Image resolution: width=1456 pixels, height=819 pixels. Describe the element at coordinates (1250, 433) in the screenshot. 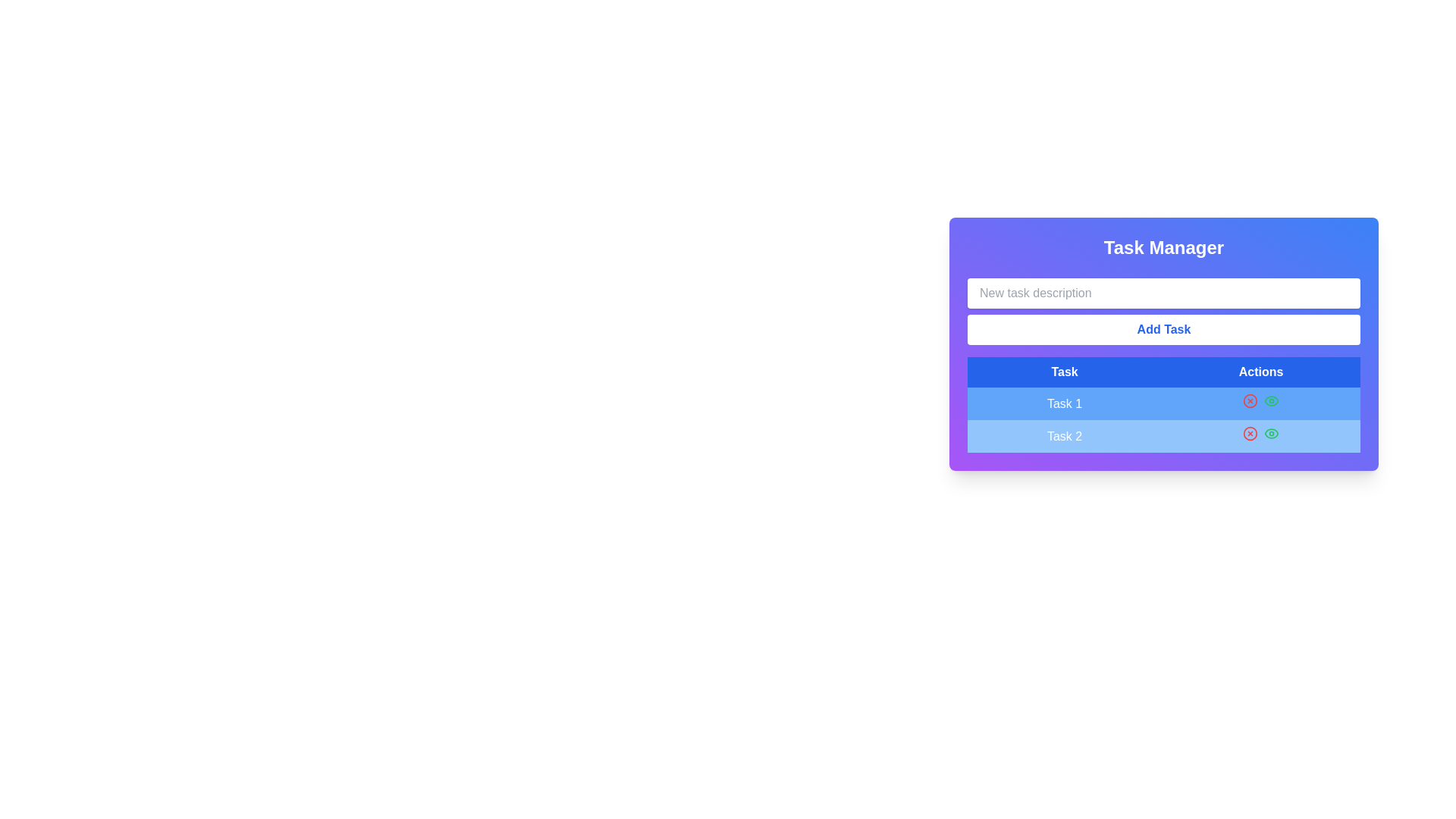

I see `the circular button with a red border and red cross inside it located in the 'Actions' column of the second row under the 'Task Manager' section` at that location.